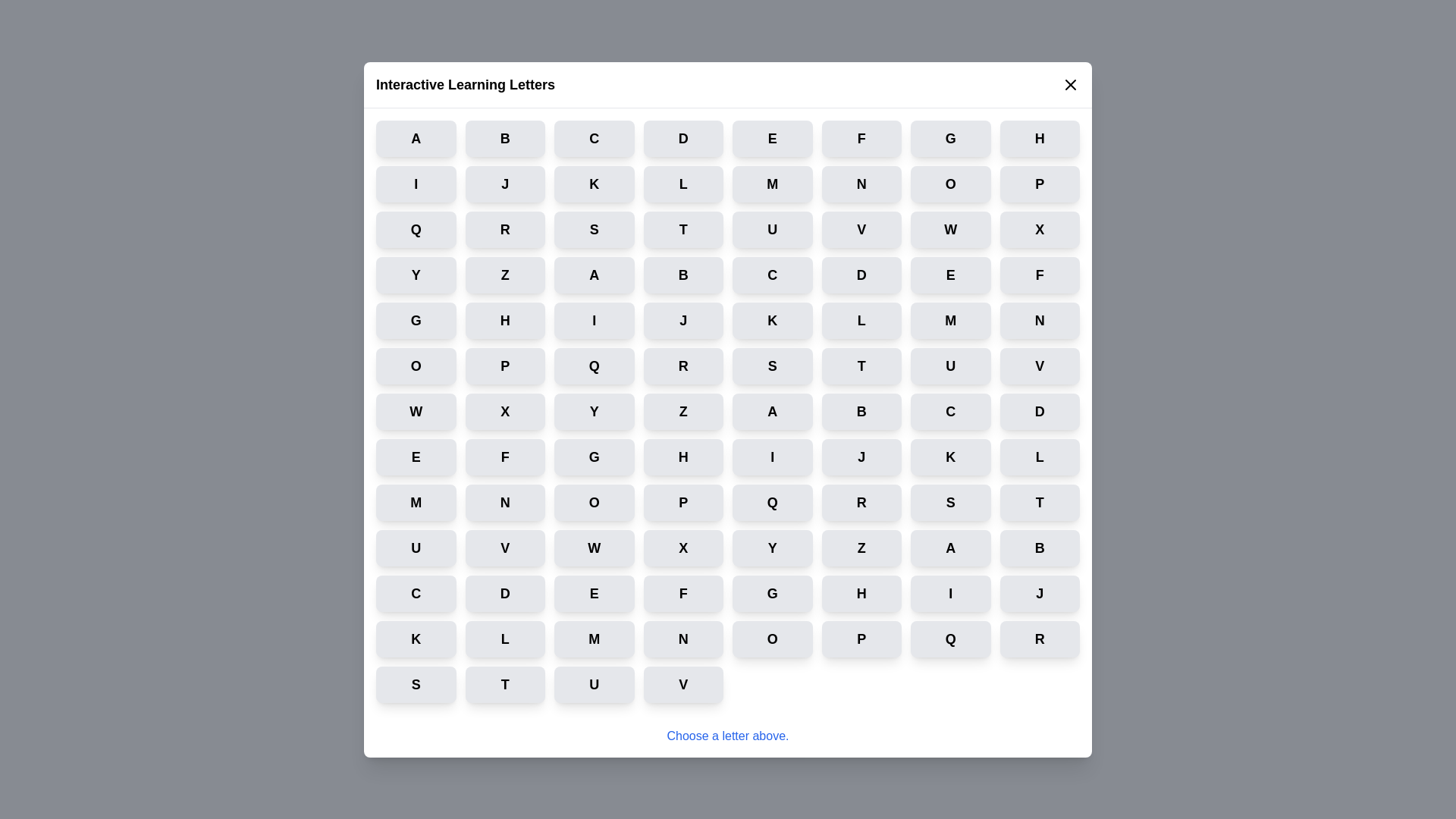 This screenshot has width=1456, height=819. What do you see at coordinates (1069, 84) in the screenshot?
I see `the close icon to dismiss the dialog` at bounding box center [1069, 84].